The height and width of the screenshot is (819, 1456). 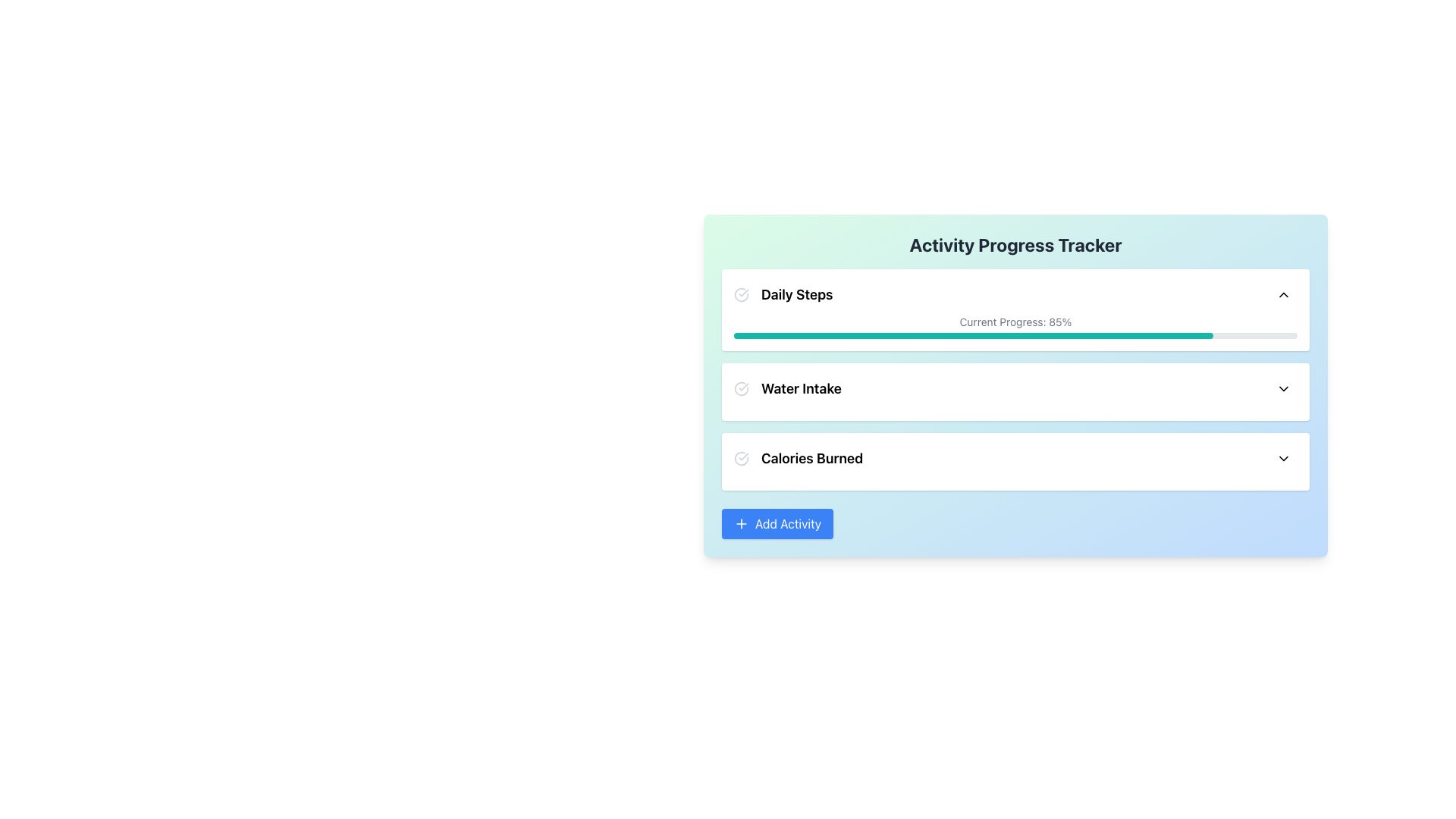 I want to click on the dropdown toggle button located at the far right side of the 'Water Intake' section, so click(x=1283, y=388).